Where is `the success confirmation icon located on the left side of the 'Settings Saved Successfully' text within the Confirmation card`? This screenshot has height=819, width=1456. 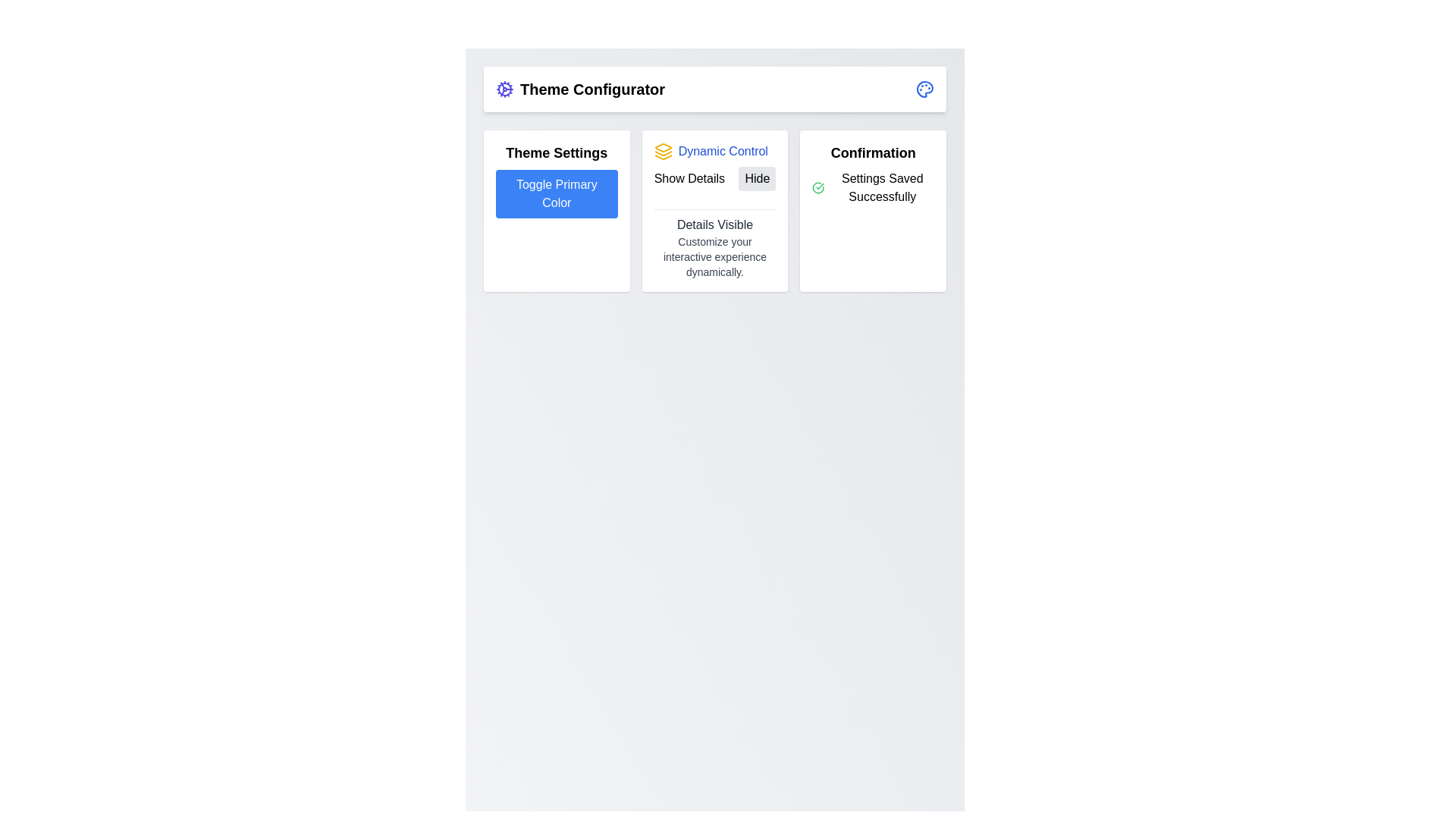
the success confirmation icon located on the left side of the 'Settings Saved Successfully' text within the Confirmation card is located at coordinates (817, 187).